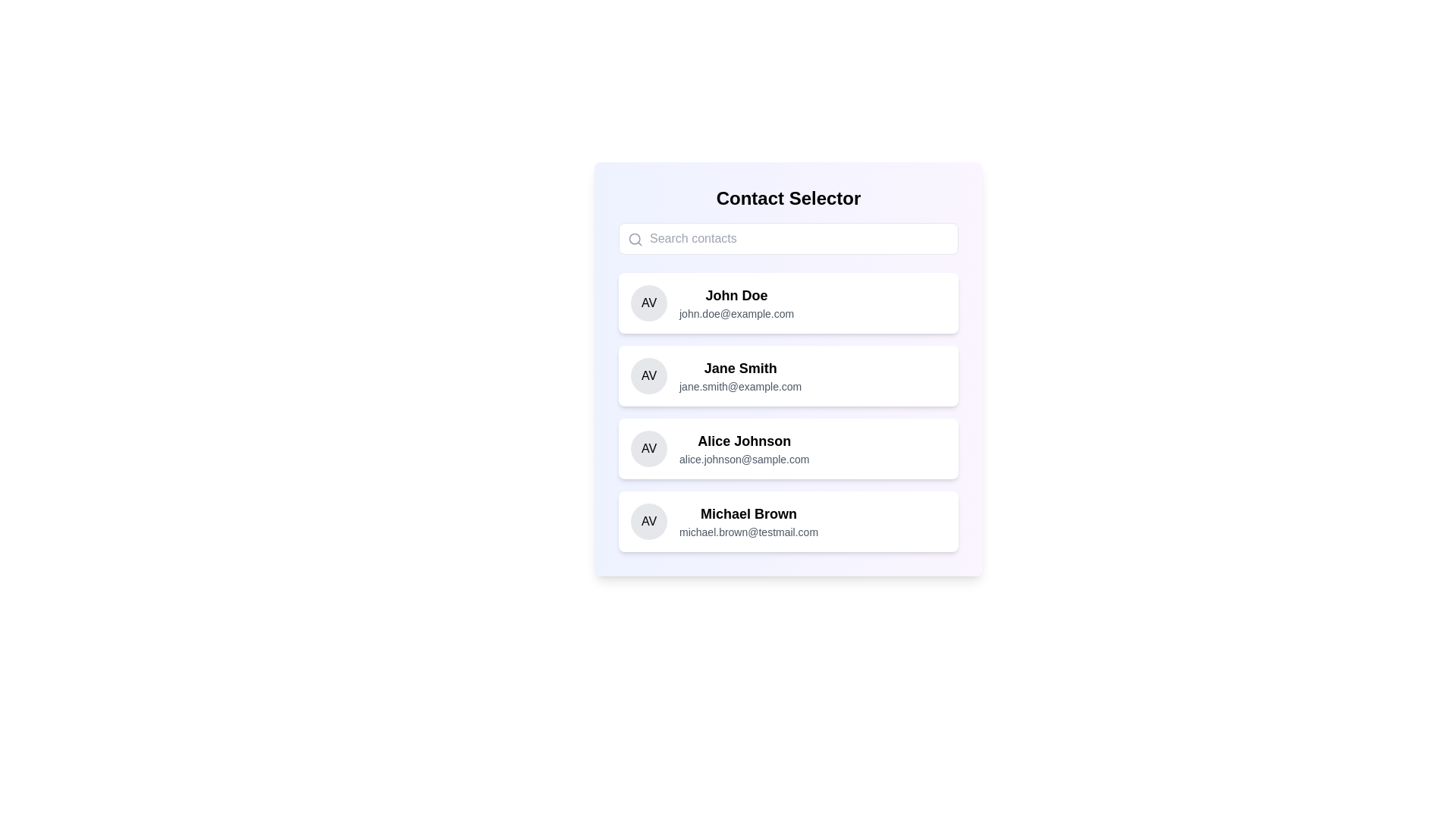  What do you see at coordinates (635, 239) in the screenshot?
I see `the circular outline of the search icon, which is an 8px radius circle located at the top-left corner of the search bar interface` at bounding box center [635, 239].